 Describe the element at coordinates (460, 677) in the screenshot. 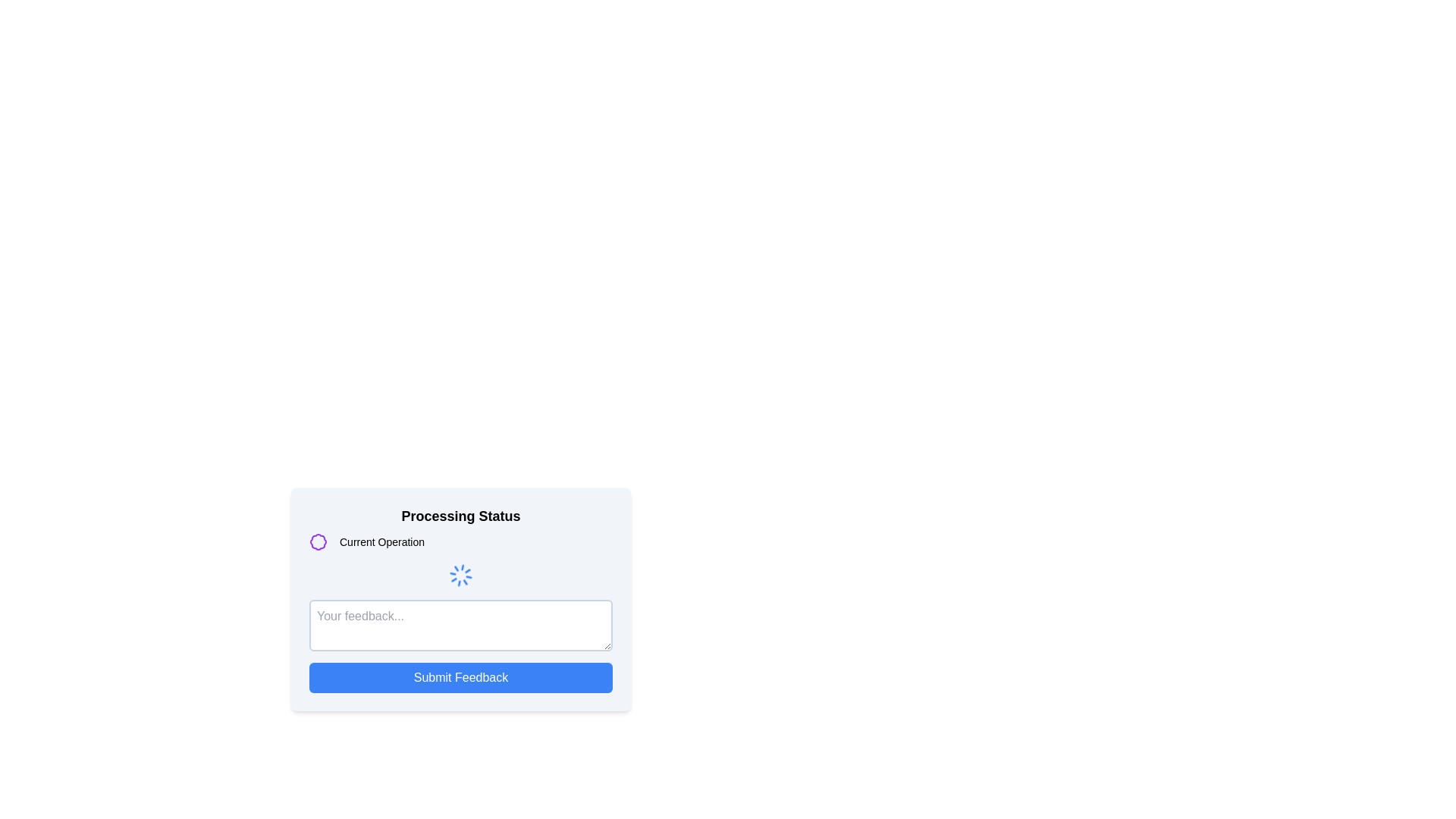

I see `the 'Submit Feedback' button, which is a bright blue button with white text, located at the bottom of the card interface` at that location.